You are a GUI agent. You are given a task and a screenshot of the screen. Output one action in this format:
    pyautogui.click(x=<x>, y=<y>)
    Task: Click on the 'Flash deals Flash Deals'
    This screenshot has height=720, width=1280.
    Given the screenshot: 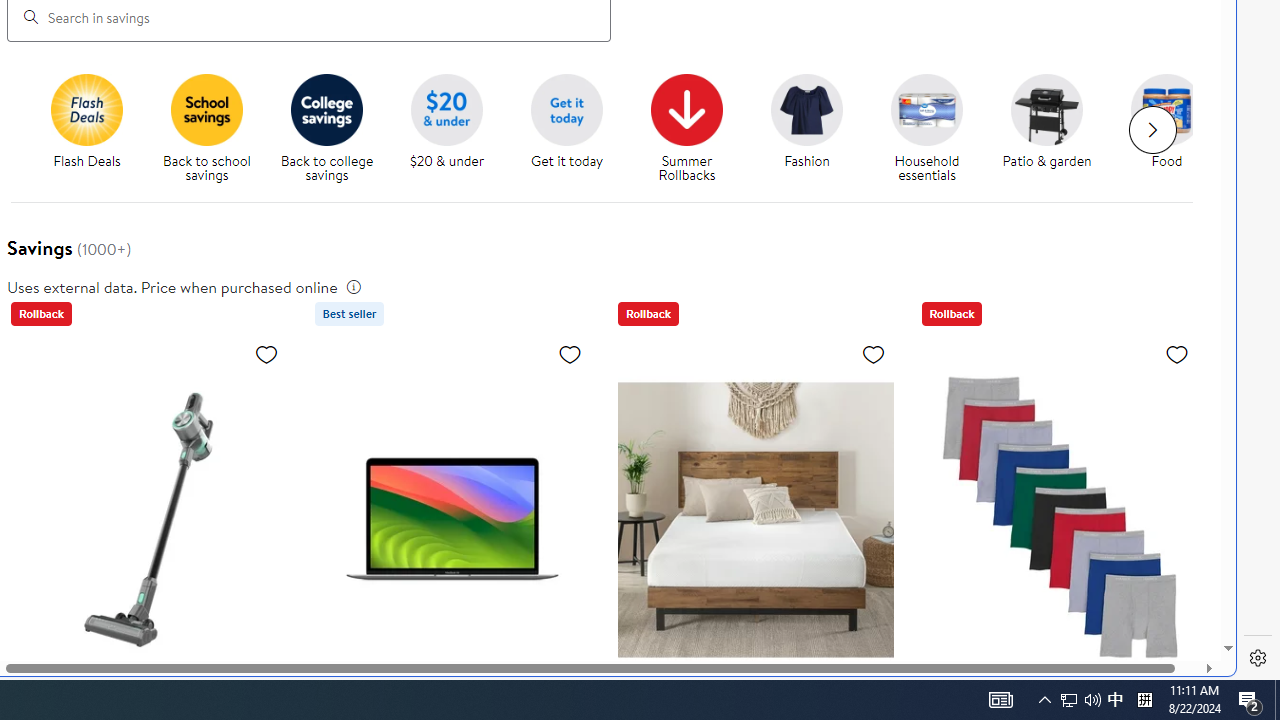 What is the action you would take?
    pyautogui.click(x=86, y=122)
    